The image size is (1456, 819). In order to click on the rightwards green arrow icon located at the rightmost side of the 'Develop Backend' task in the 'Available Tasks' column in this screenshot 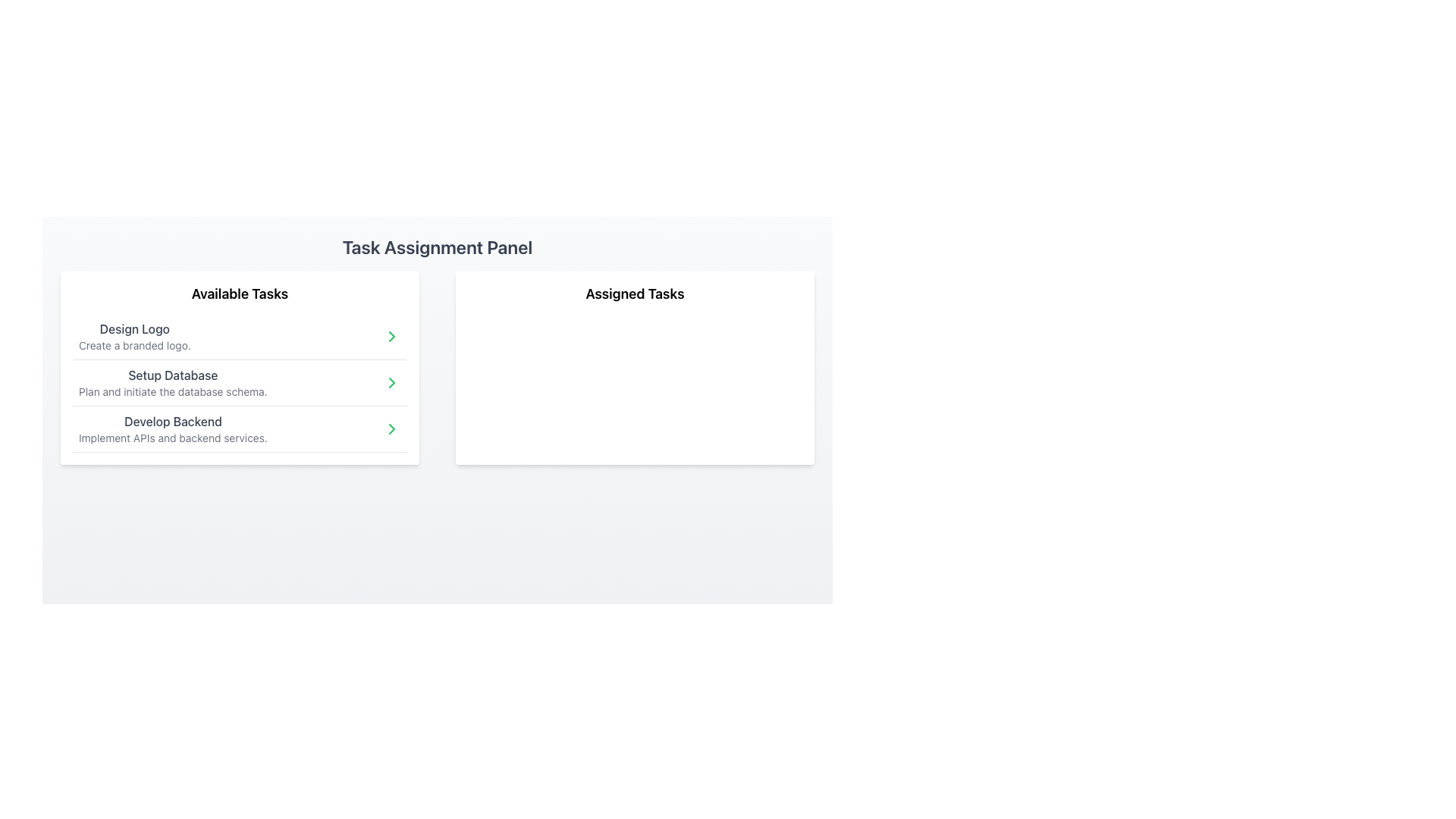, I will do `click(392, 429)`.